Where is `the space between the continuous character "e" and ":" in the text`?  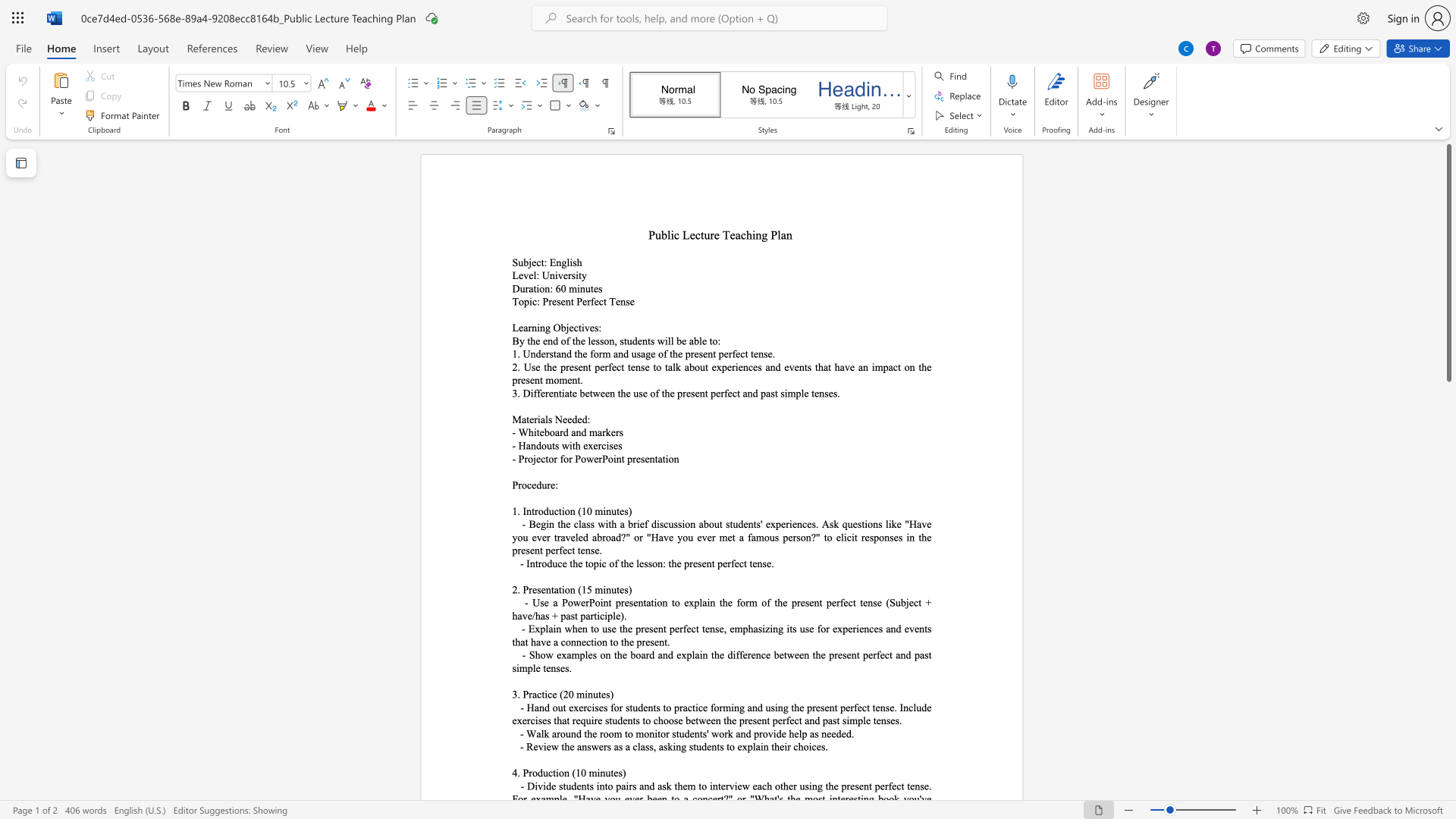
the space between the continuous character "e" and ":" in the text is located at coordinates (554, 485).